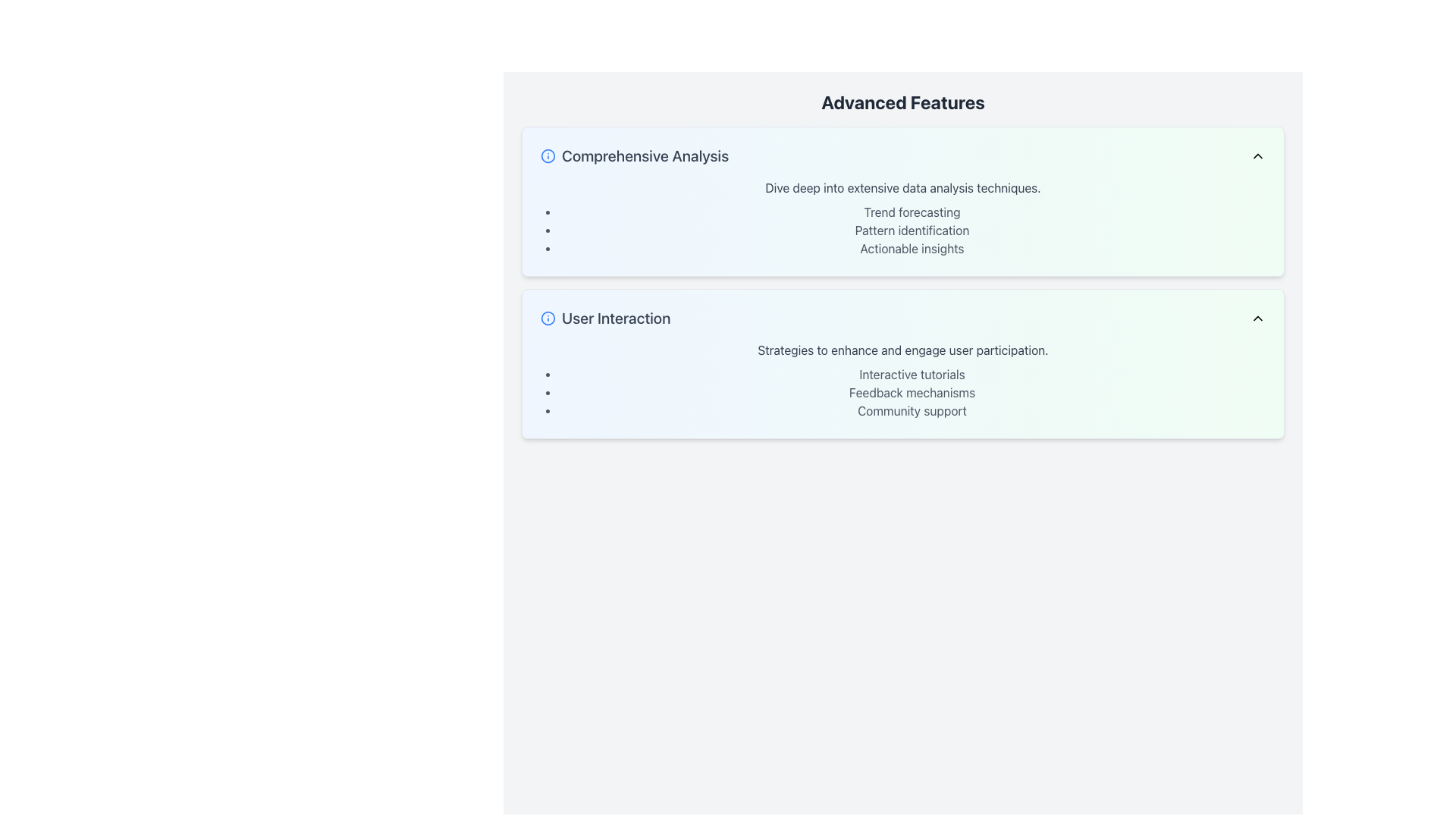 This screenshot has height=819, width=1456. What do you see at coordinates (635, 155) in the screenshot?
I see `text label displaying 'Comprehensive Analysis' in bold gray font located above the 'User Interaction' card in the 'Advanced Features' section` at bounding box center [635, 155].